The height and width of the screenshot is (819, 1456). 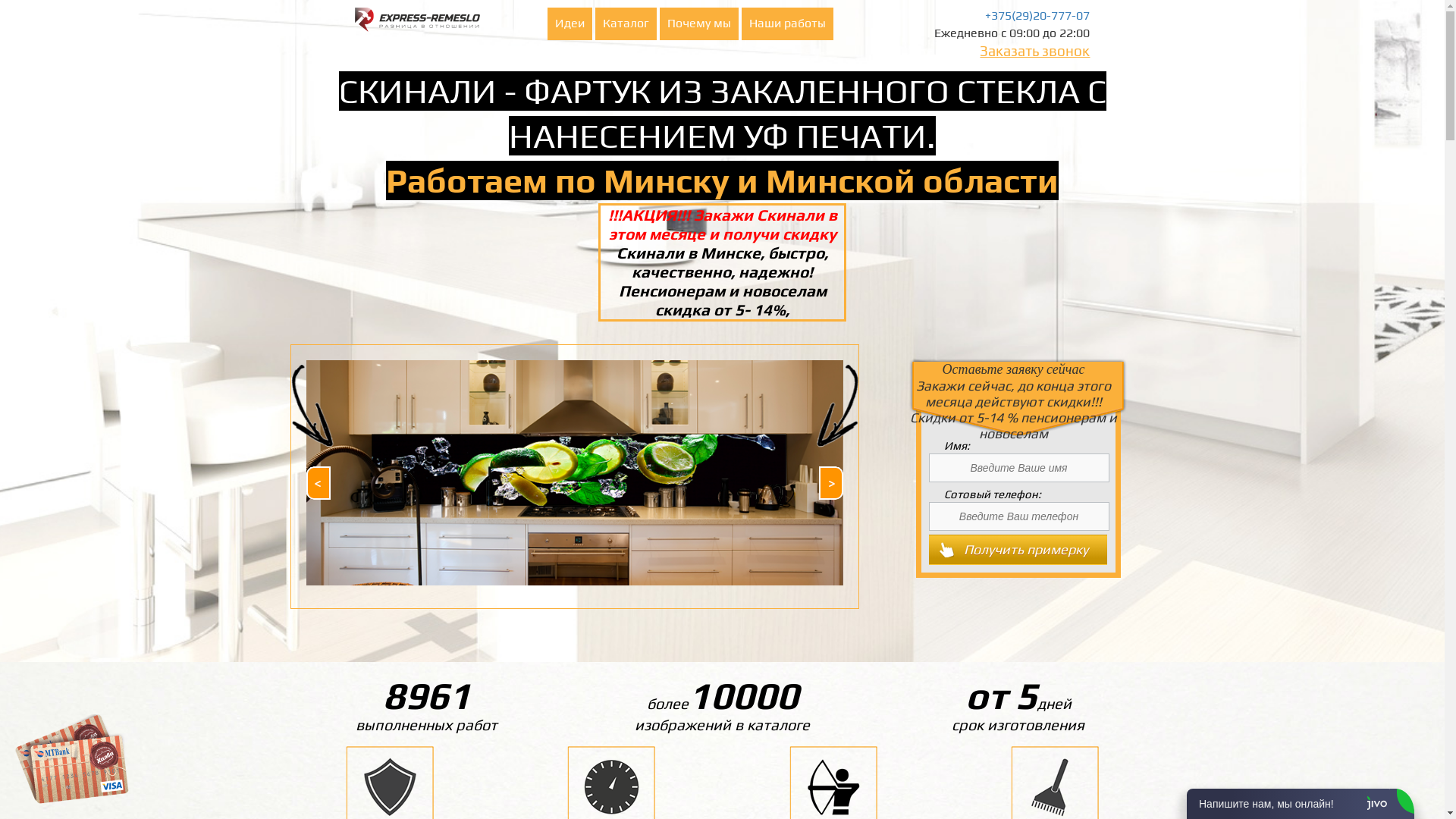 What do you see at coordinates (318, 482) in the screenshot?
I see `'Prev'` at bounding box center [318, 482].